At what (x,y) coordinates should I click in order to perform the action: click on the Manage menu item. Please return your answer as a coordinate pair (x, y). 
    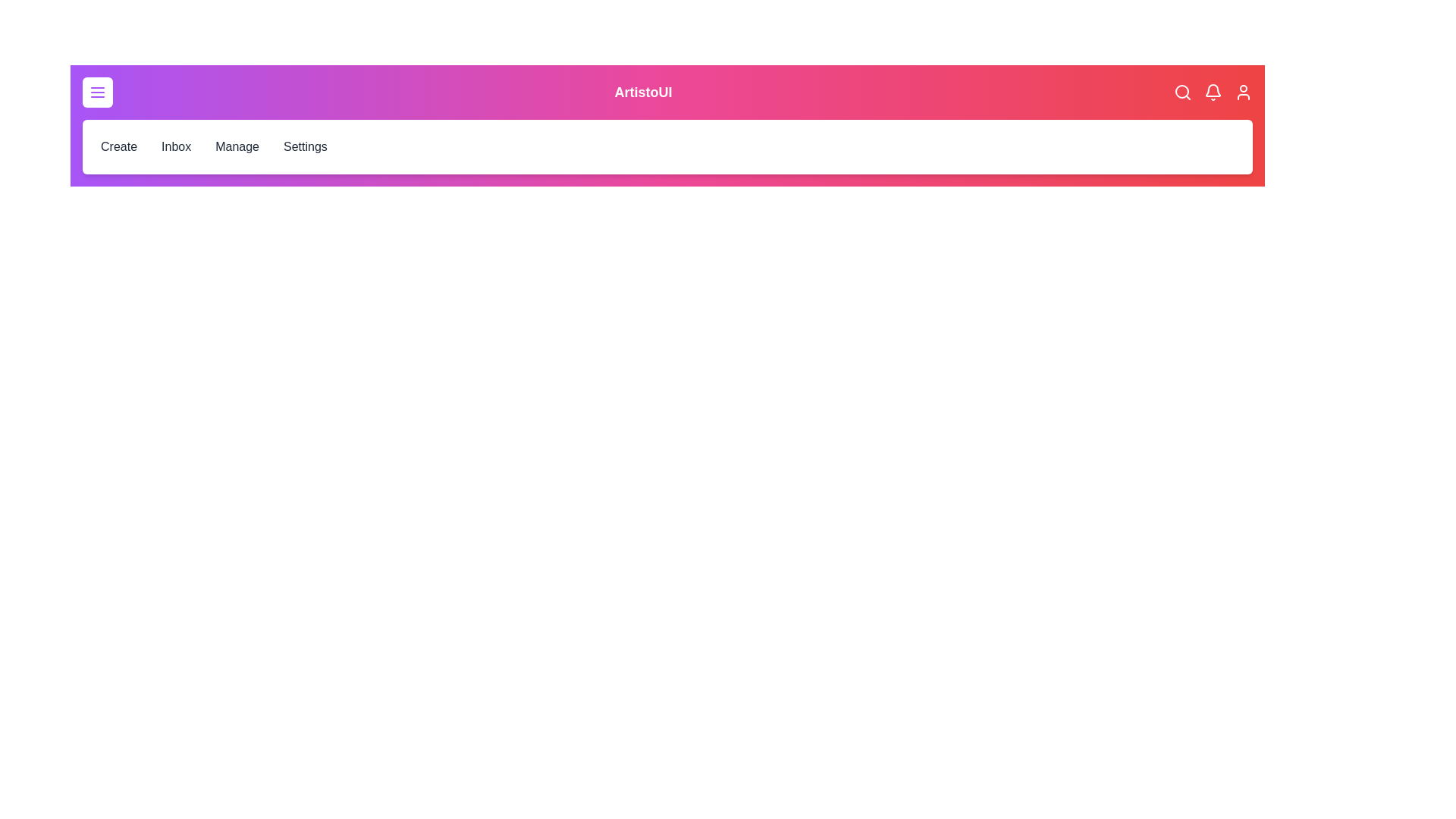
    Looking at the image, I should click on (236, 146).